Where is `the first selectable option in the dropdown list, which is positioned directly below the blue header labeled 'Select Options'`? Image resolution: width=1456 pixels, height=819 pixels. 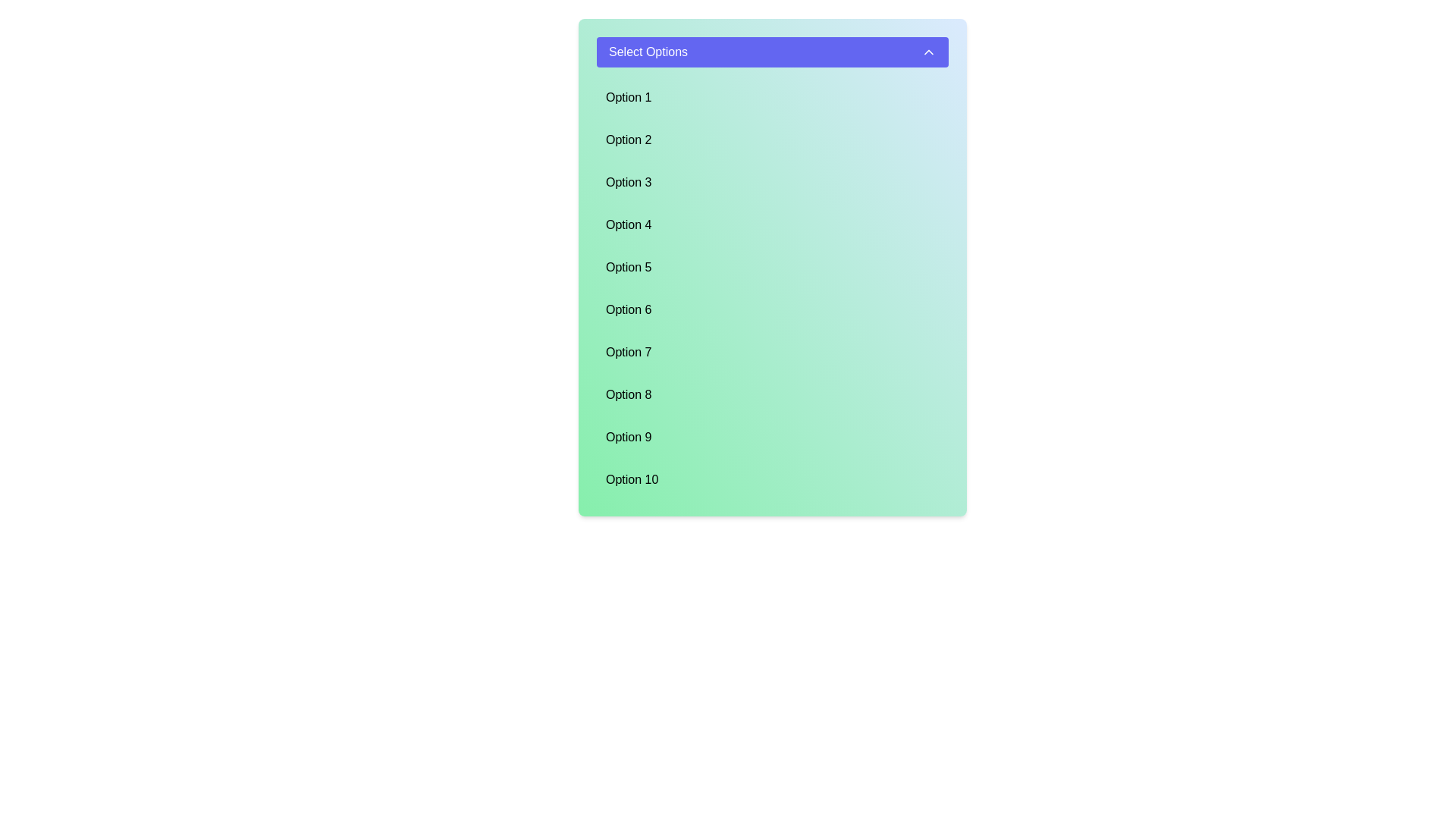
the first selectable option in the dropdown list, which is positioned directly below the blue header labeled 'Select Options' is located at coordinates (629, 97).